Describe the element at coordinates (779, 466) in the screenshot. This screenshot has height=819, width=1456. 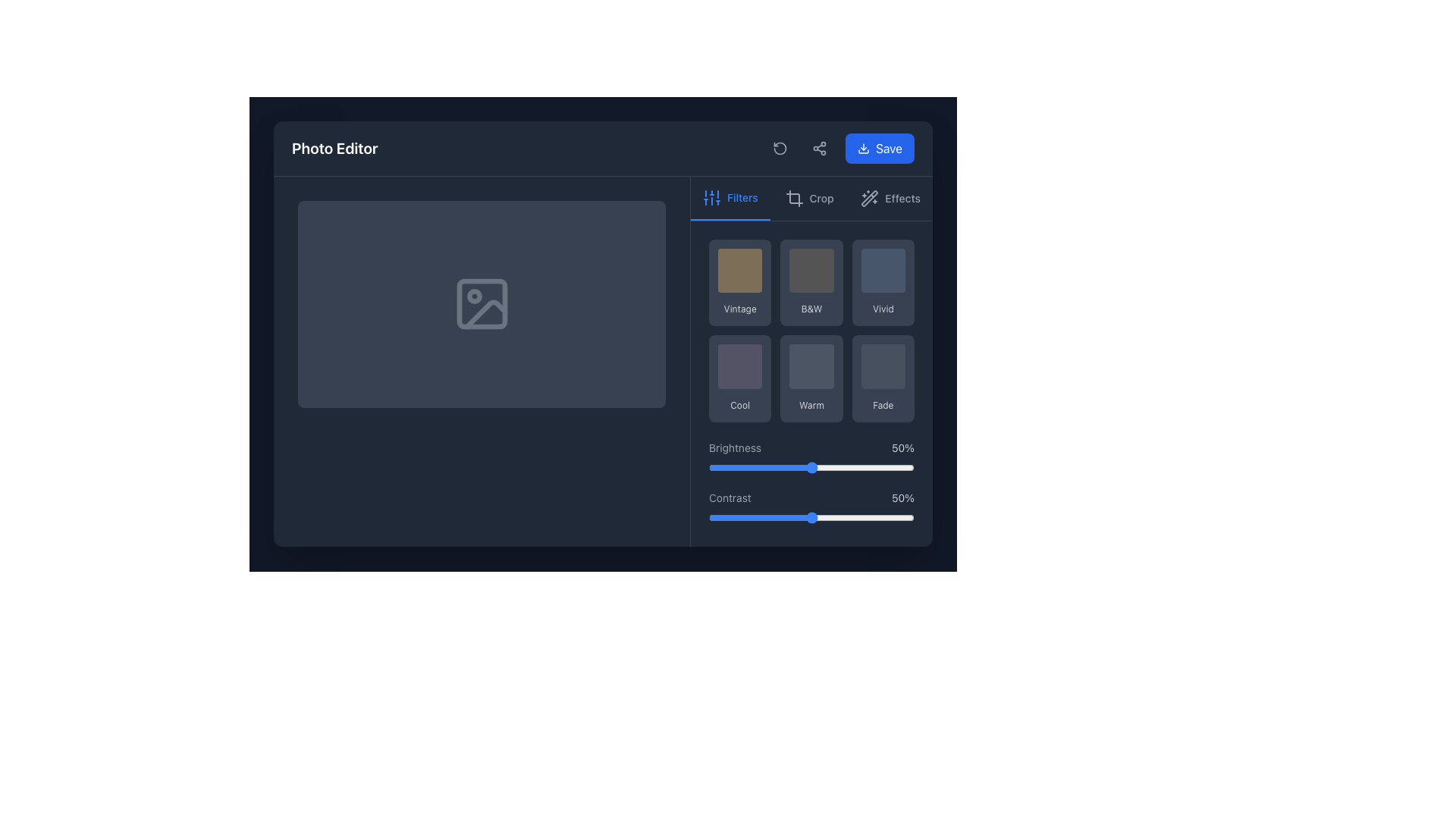
I see `the slider` at that location.